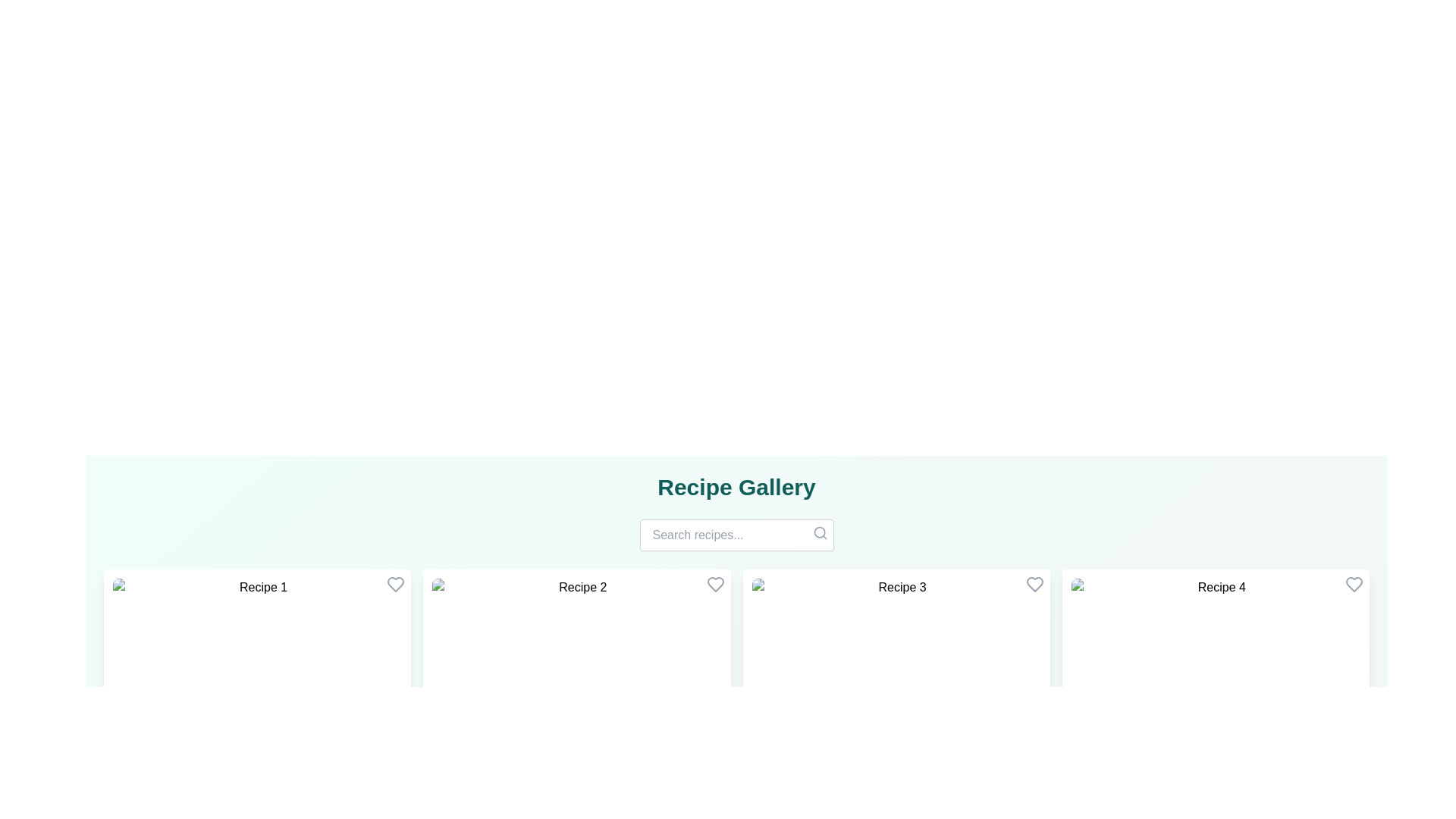 The image size is (1456, 819). What do you see at coordinates (714, 584) in the screenshot?
I see `the heart-shaped interactive icon in the top-right corner of the card displaying 'Recipe 2' to favorite or like the recipe` at bounding box center [714, 584].